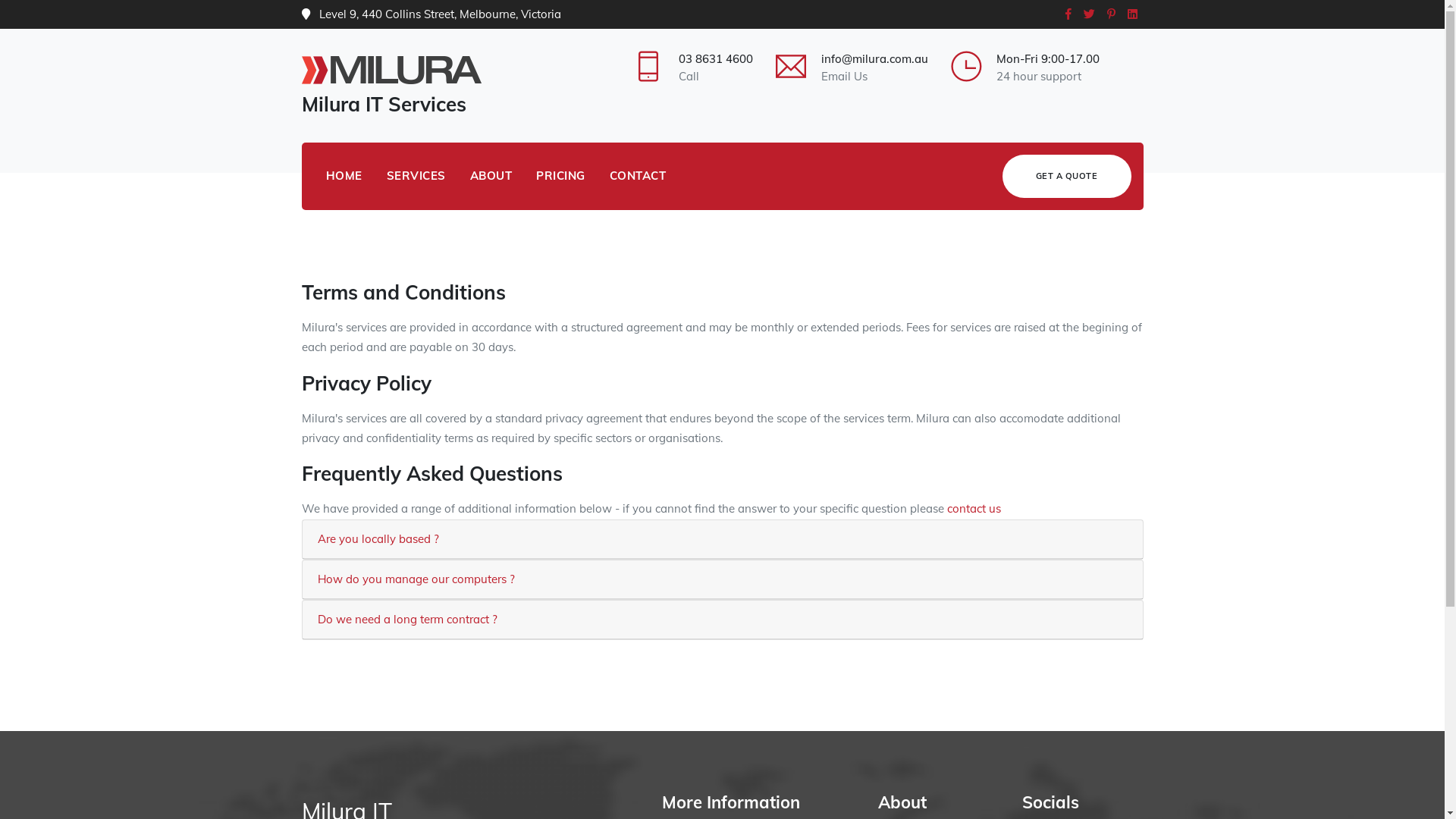 Image resolution: width=1456 pixels, height=819 pixels. I want to click on 'Are you locally based ?', so click(378, 537).